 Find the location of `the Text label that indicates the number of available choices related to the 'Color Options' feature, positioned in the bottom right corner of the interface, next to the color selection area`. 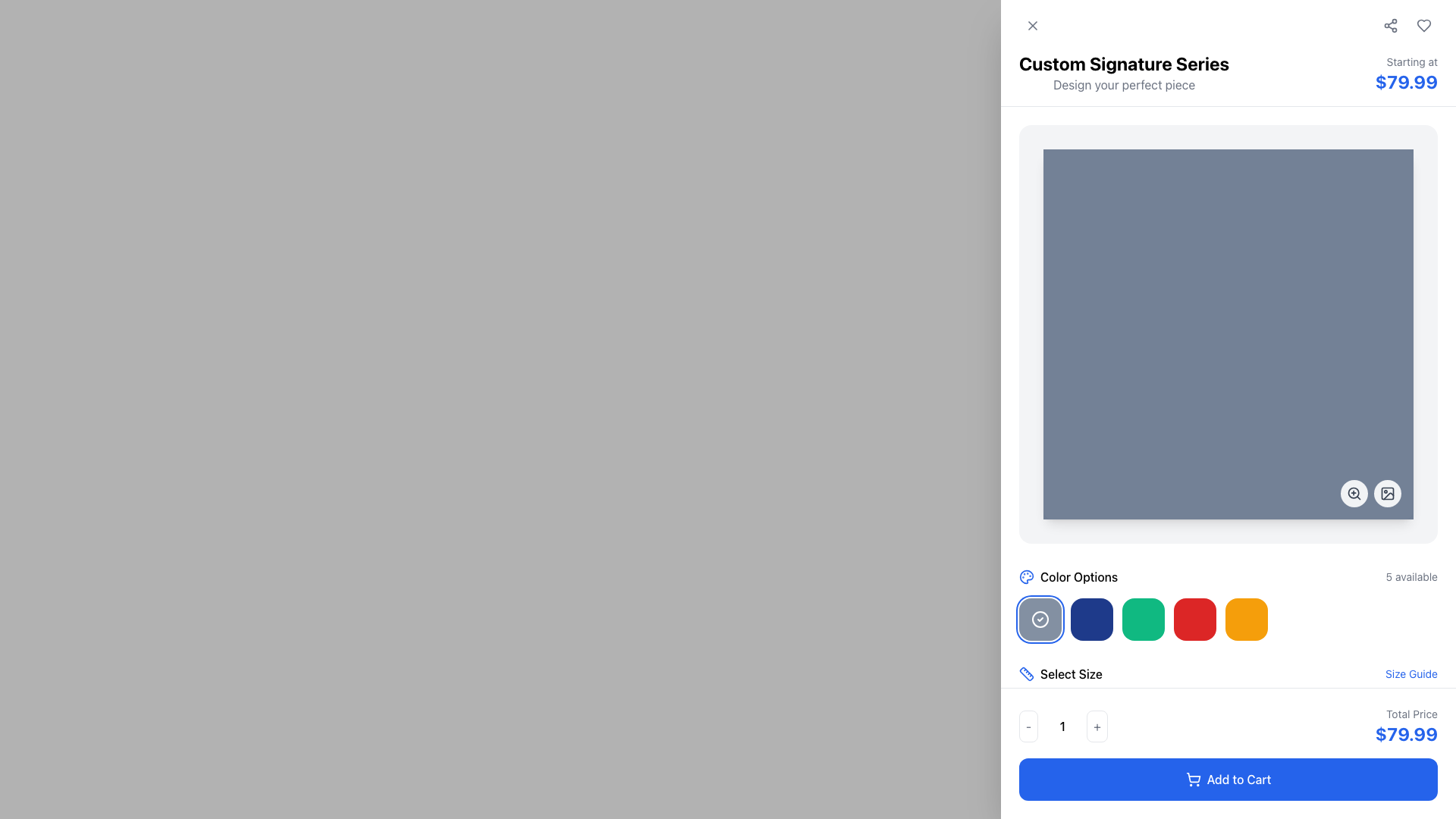

the Text label that indicates the number of available choices related to the 'Color Options' feature, positioned in the bottom right corner of the interface, next to the color selection area is located at coordinates (1410, 576).